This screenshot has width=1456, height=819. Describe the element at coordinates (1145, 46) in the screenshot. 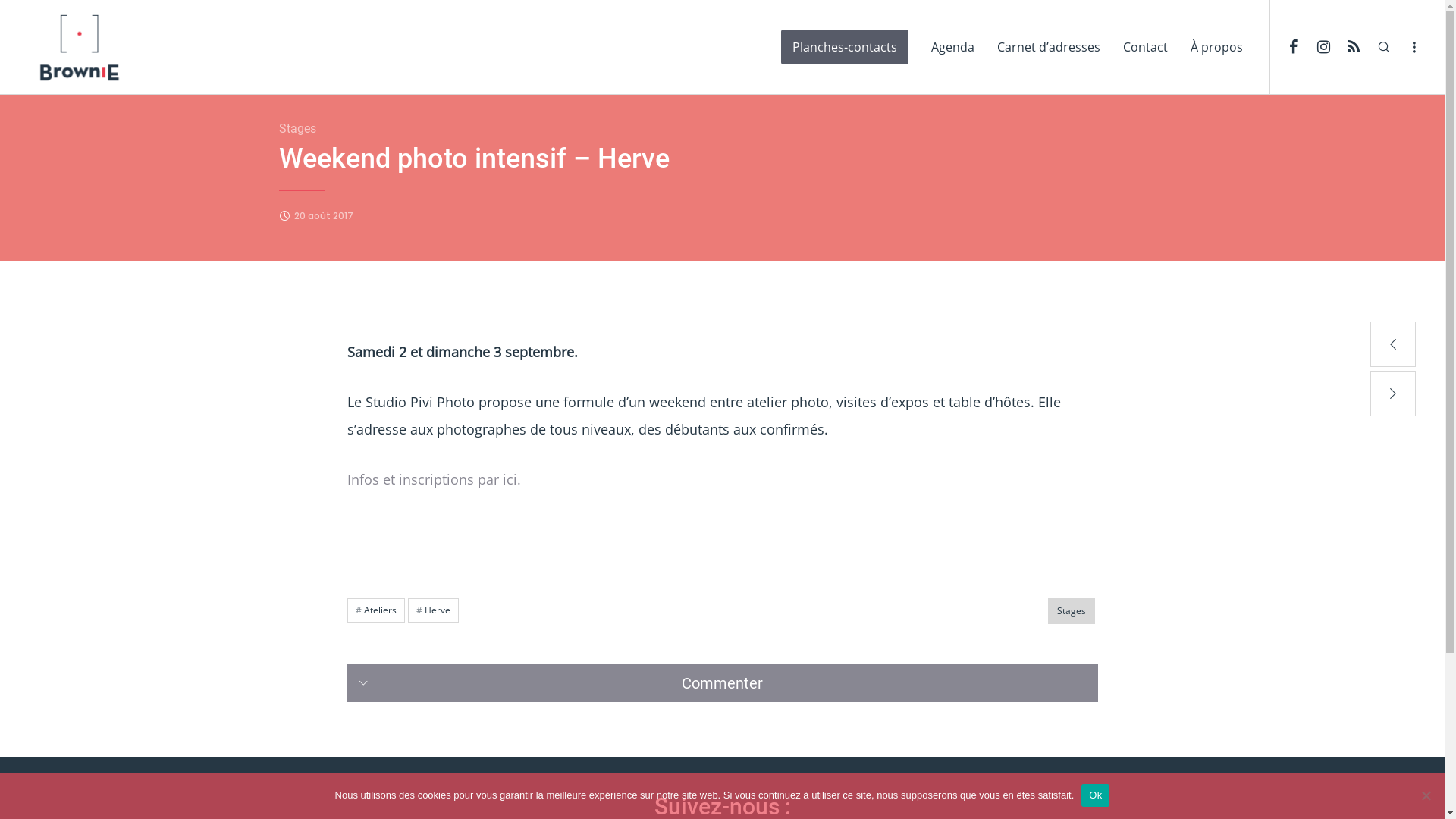

I see `'Contact'` at that location.